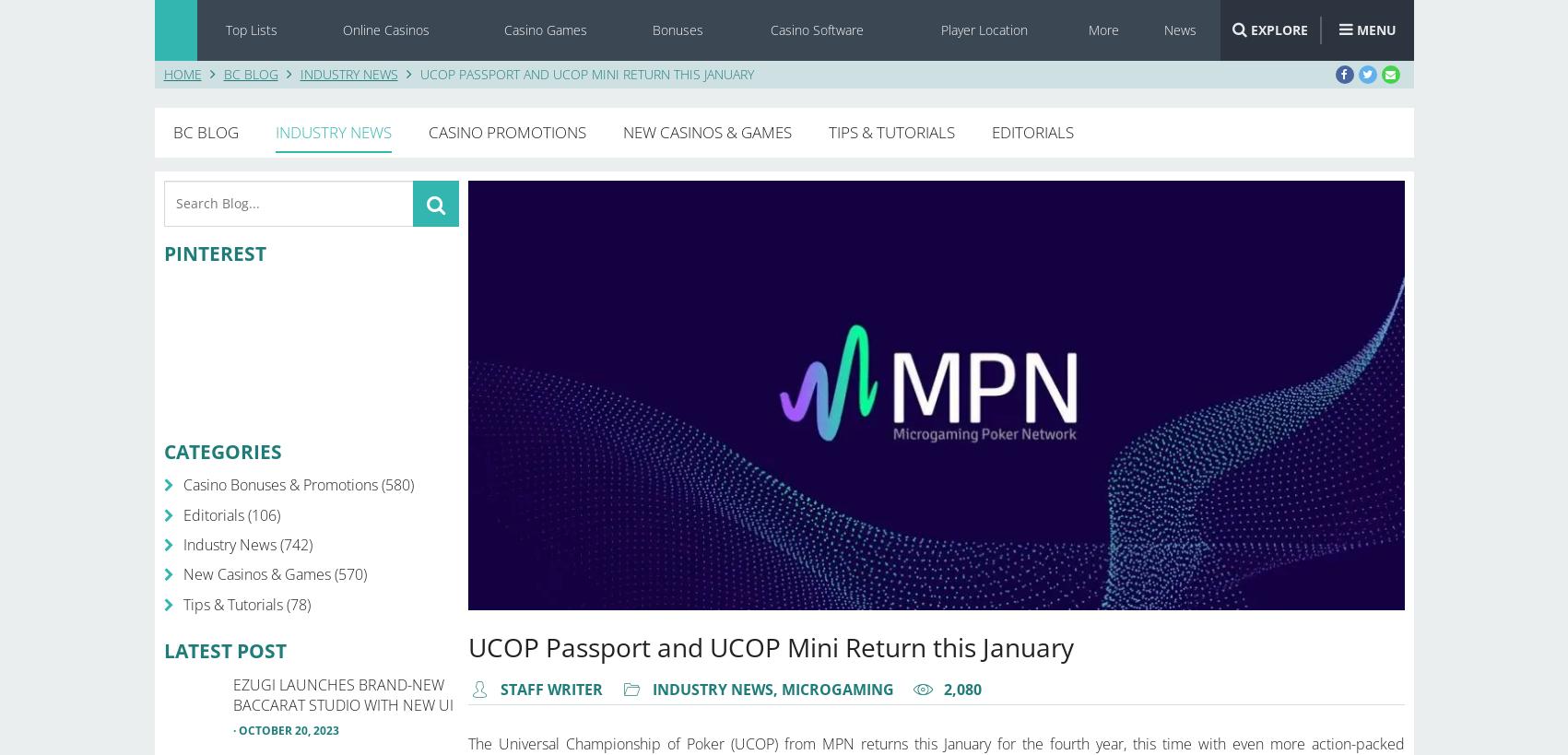  I want to click on 'Industry News (742)', so click(247, 543).